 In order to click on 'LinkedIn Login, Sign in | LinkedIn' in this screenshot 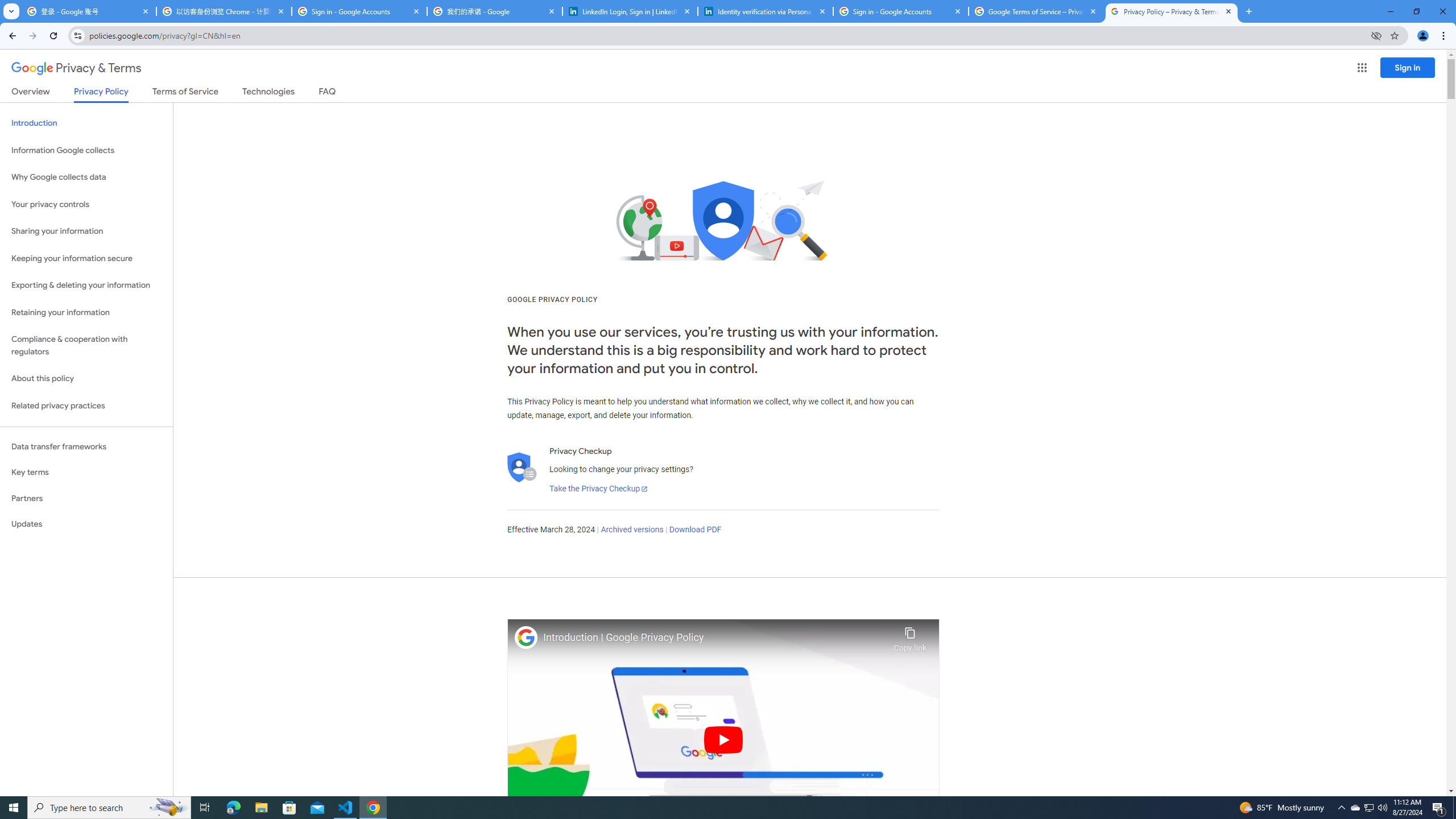, I will do `click(630, 11)`.